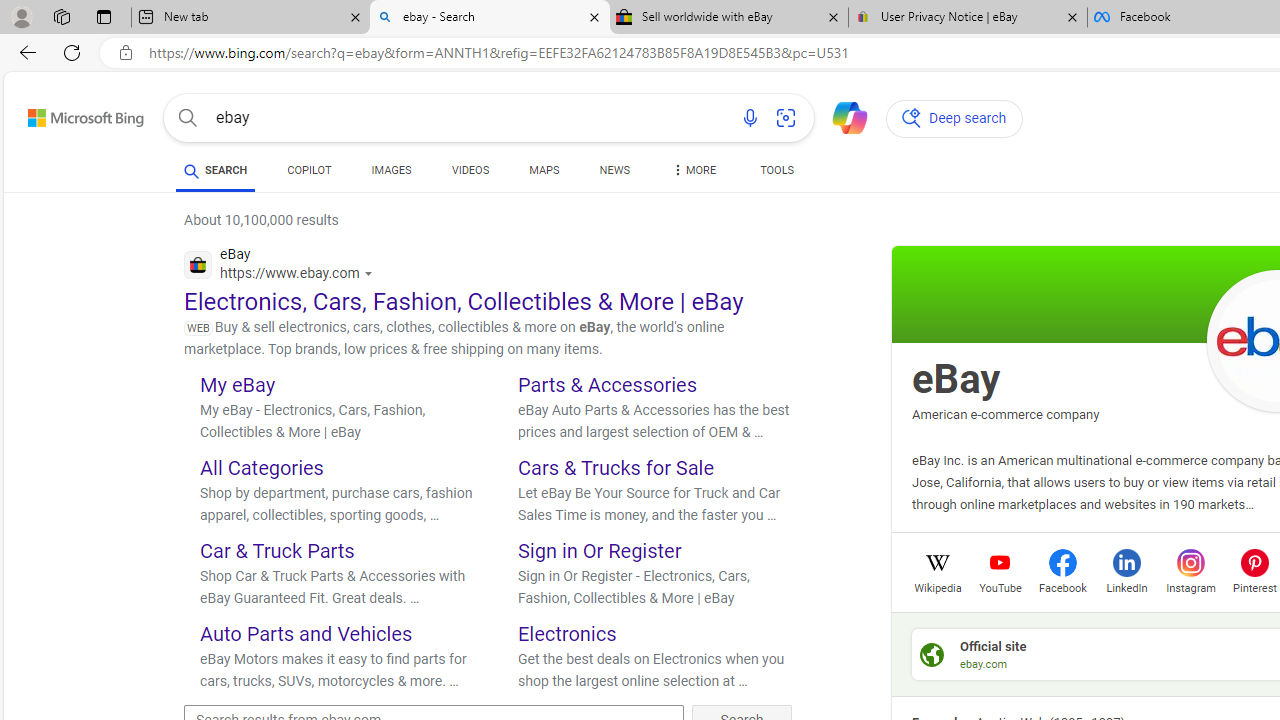  I want to click on 'Skip to content', so click(64, 111).